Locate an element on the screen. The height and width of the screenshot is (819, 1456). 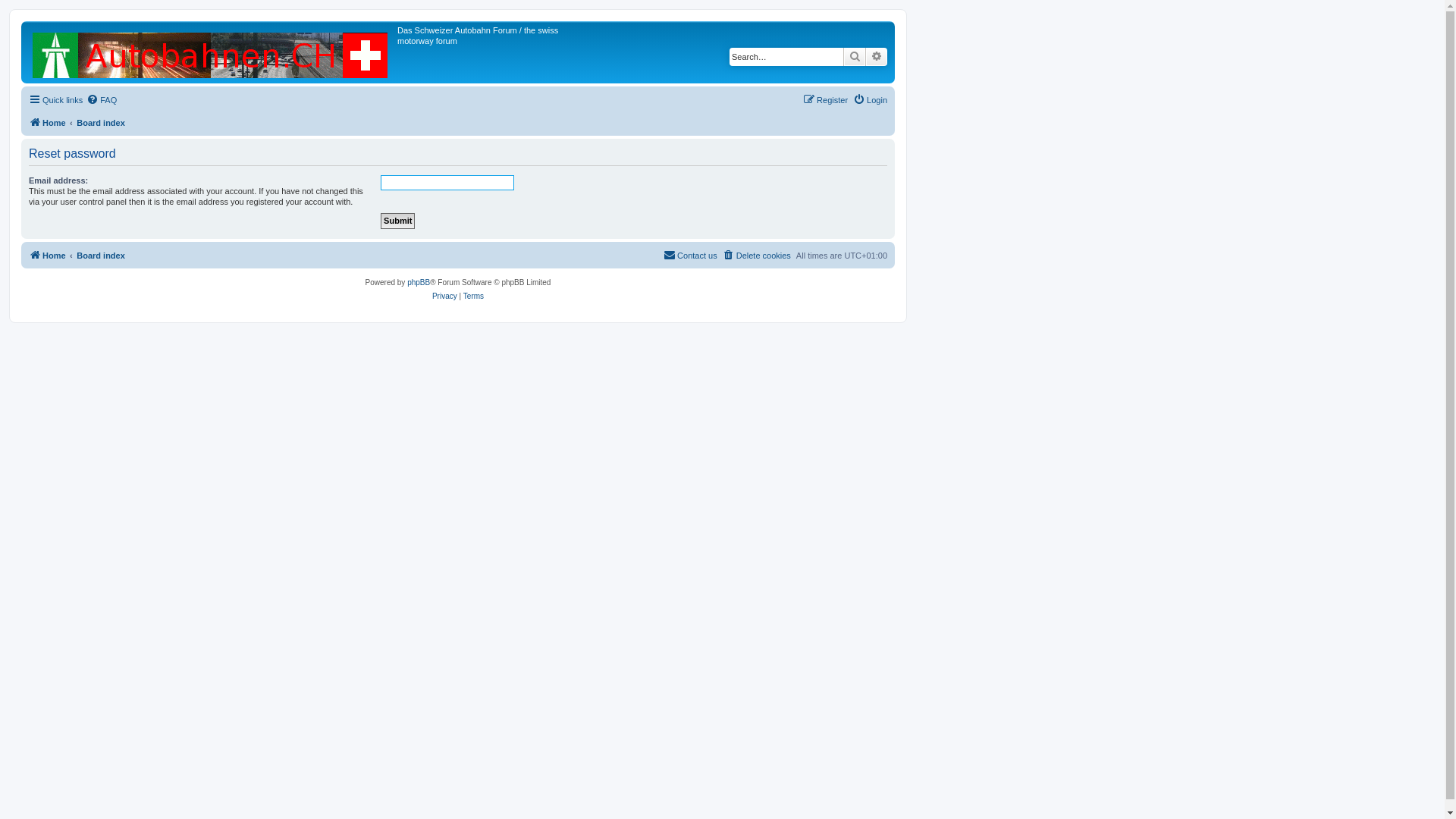
'Search for keywords' is located at coordinates (786, 55).